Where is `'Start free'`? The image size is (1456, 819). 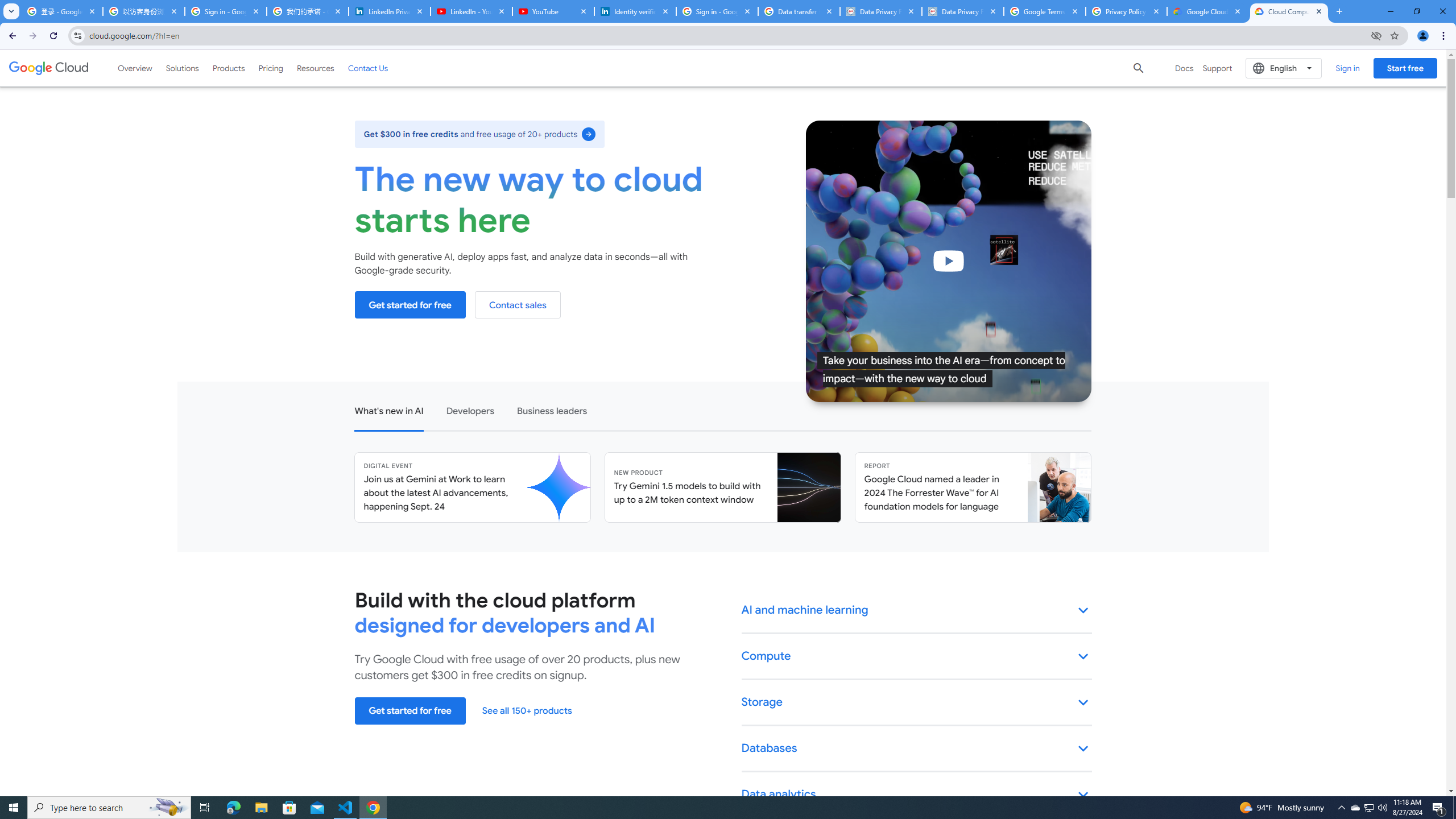 'Start free' is located at coordinates (1405, 67).